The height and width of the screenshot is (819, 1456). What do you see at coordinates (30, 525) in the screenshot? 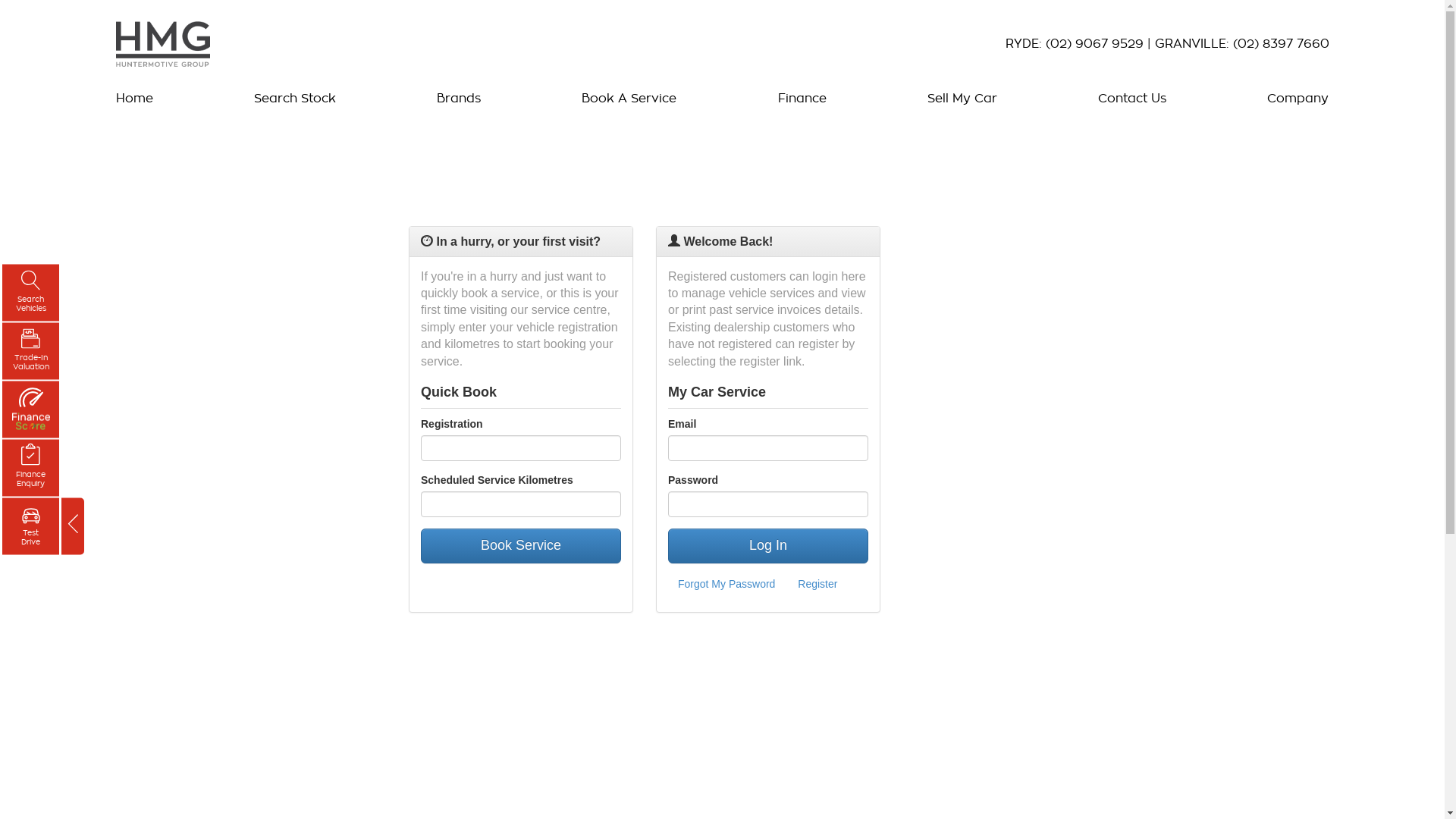
I see `'Test` at bounding box center [30, 525].